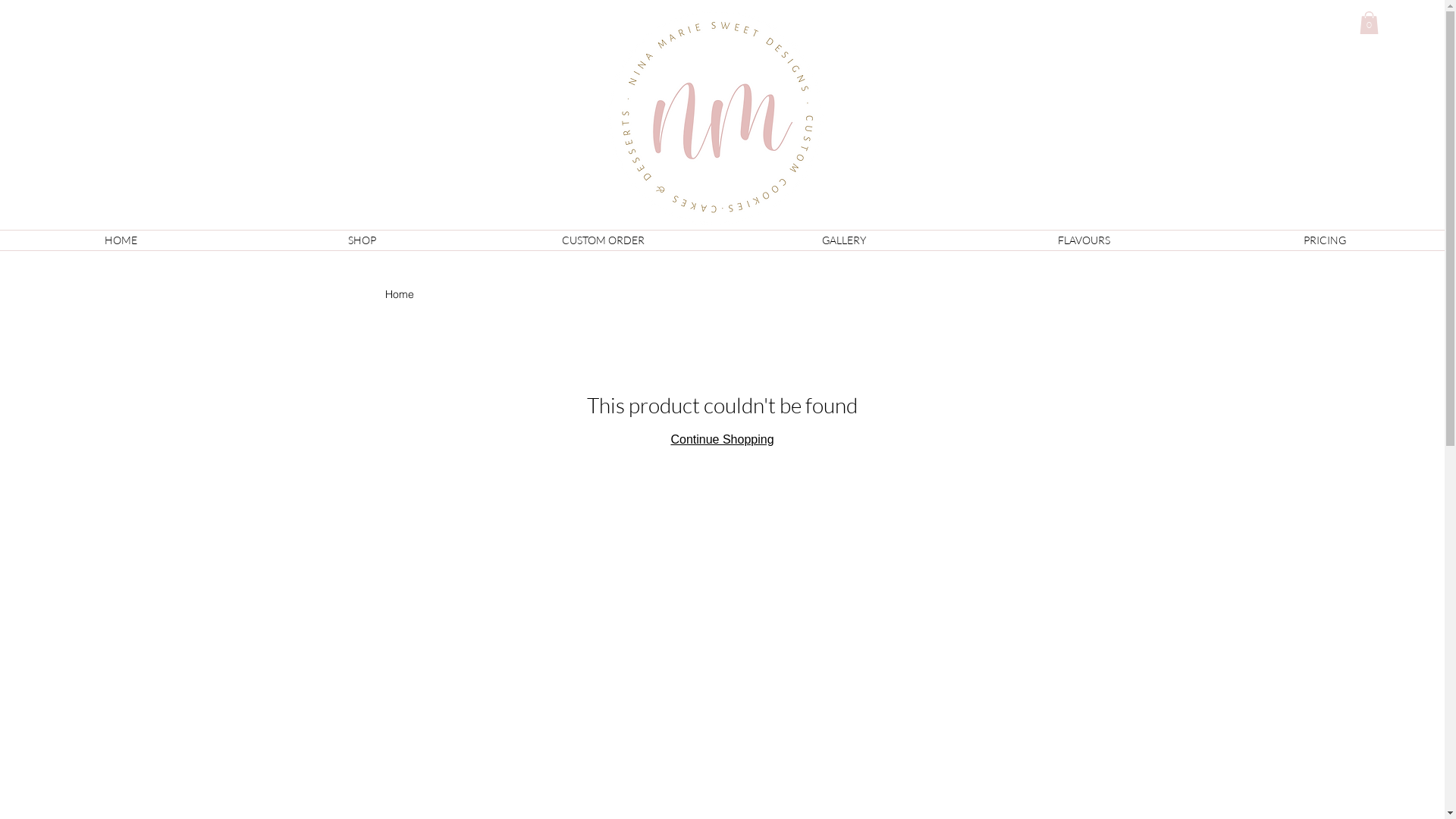  Describe the element at coordinates (119, 239) in the screenshot. I see `'HOME'` at that location.